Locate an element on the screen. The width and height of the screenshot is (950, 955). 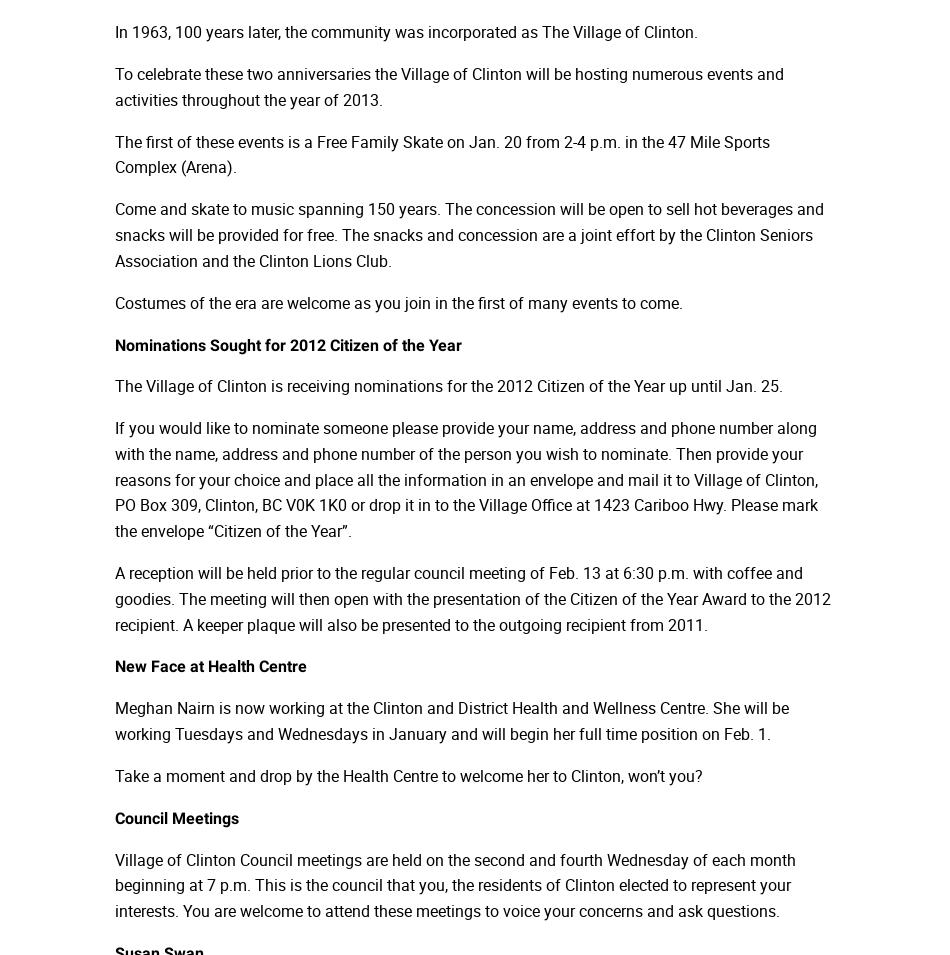
'Take a moment and drop by the Health Centre to welcome her to Clinton, won’t you?' is located at coordinates (407, 773).